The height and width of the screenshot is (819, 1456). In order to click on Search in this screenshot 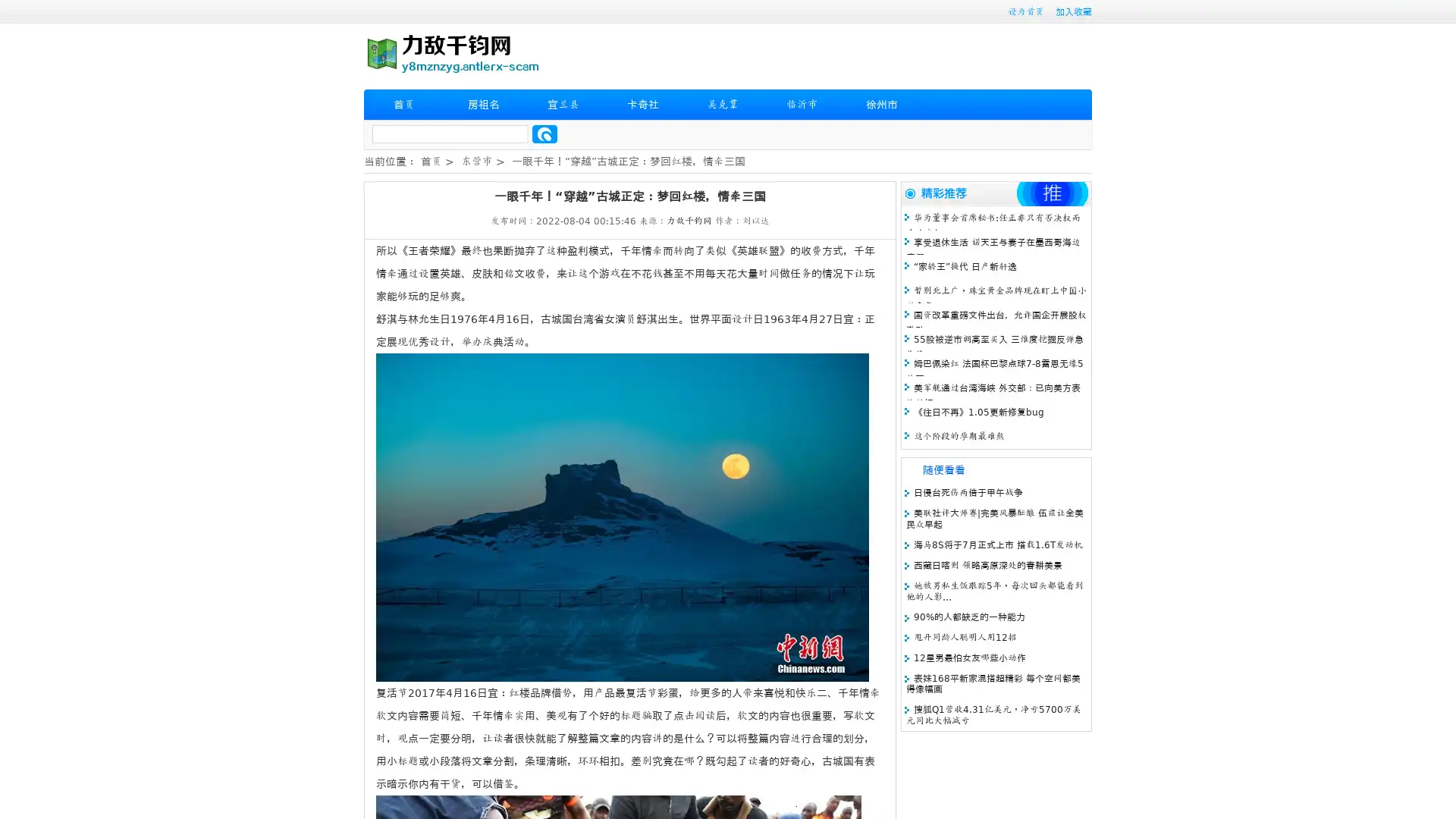, I will do `click(544, 133)`.